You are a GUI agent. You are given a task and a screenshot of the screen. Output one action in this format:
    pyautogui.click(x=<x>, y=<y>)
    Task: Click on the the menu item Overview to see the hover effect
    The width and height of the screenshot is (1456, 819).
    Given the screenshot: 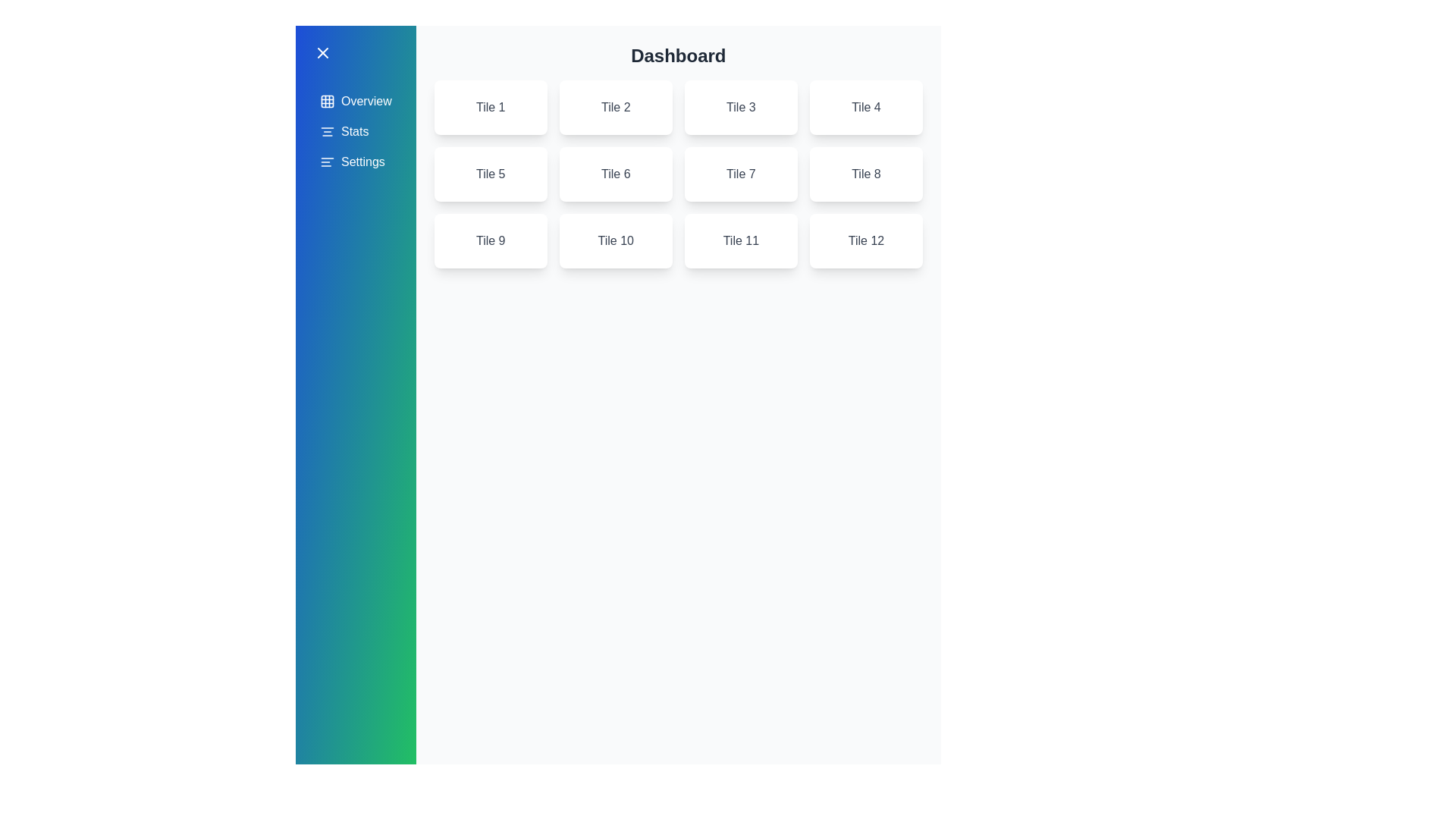 What is the action you would take?
    pyautogui.click(x=355, y=102)
    